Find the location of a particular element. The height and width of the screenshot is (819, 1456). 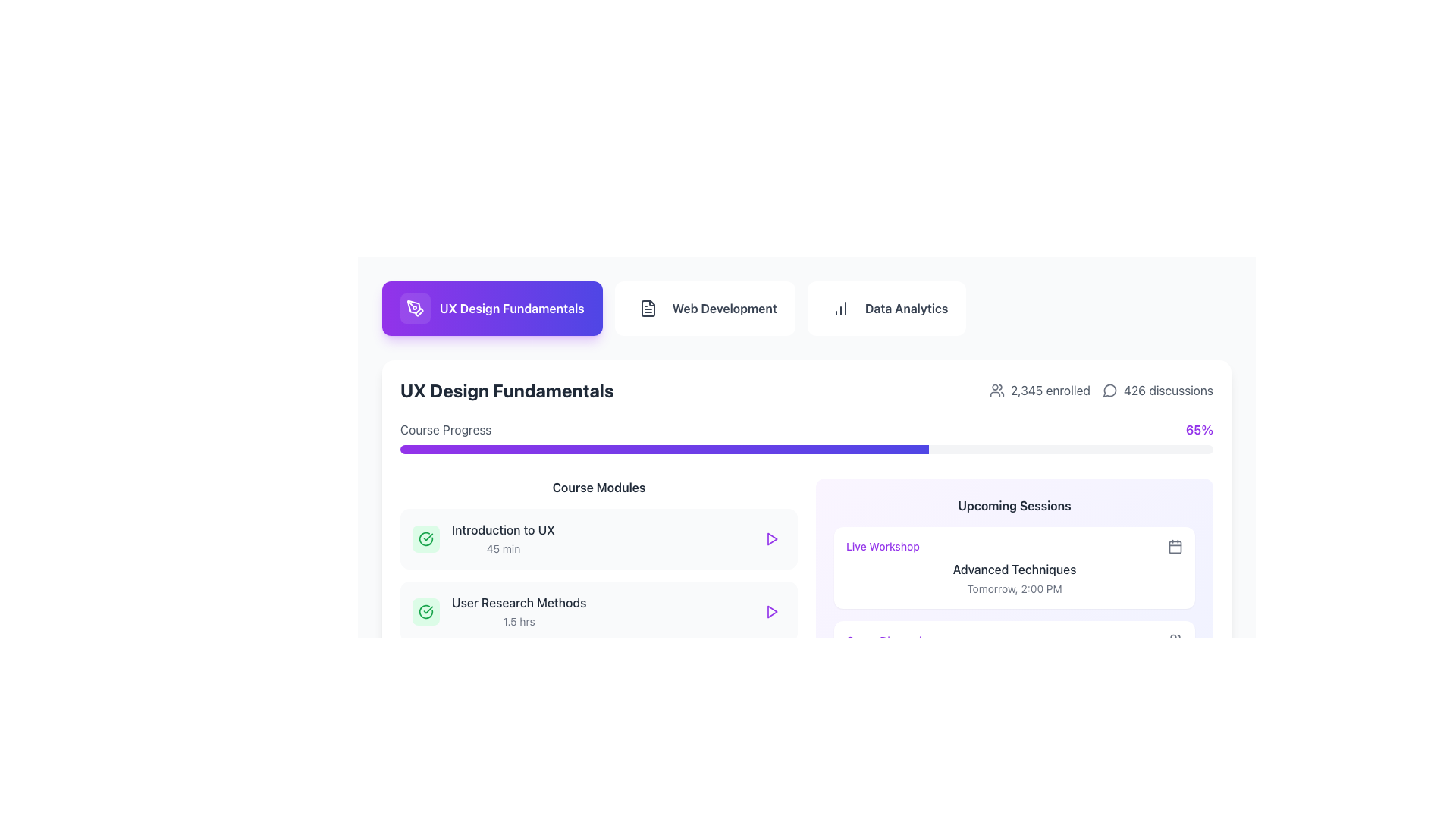

the course module titled 'Introduction to UX' is located at coordinates (483, 538).